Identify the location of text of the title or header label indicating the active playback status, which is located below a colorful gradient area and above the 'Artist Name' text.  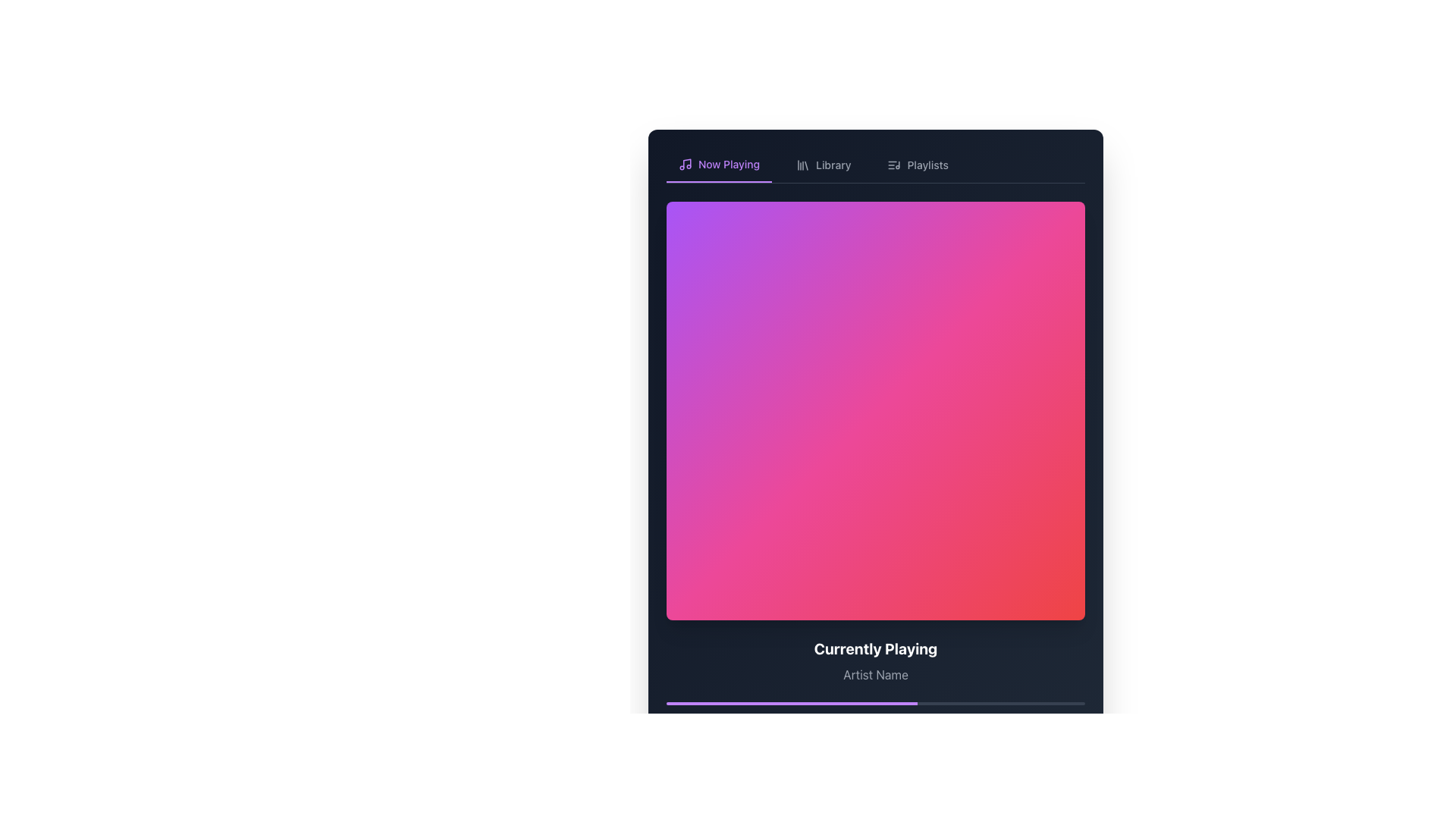
(876, 648).